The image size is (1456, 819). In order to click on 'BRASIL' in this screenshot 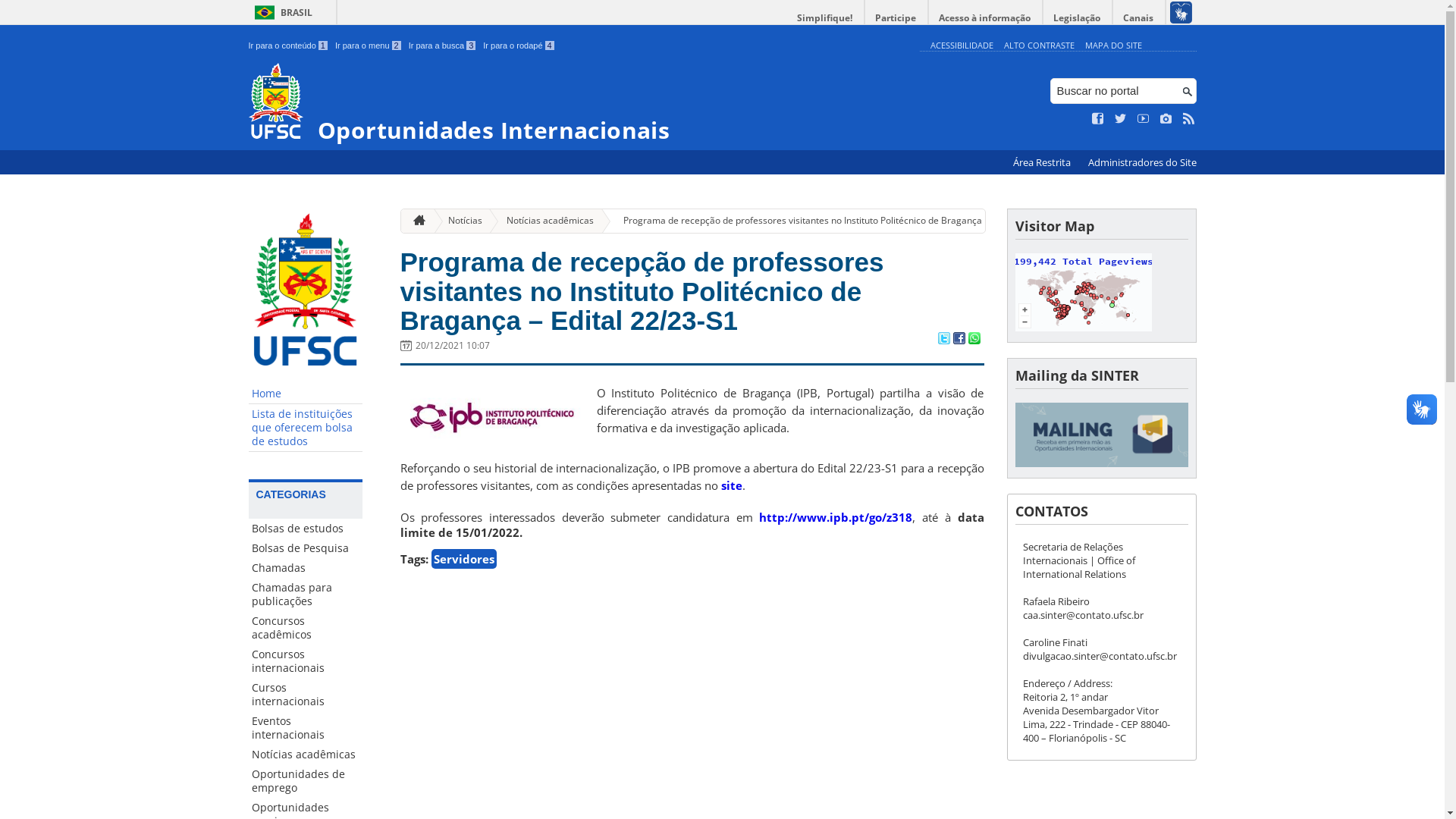, I will do `click(281, 12)`.